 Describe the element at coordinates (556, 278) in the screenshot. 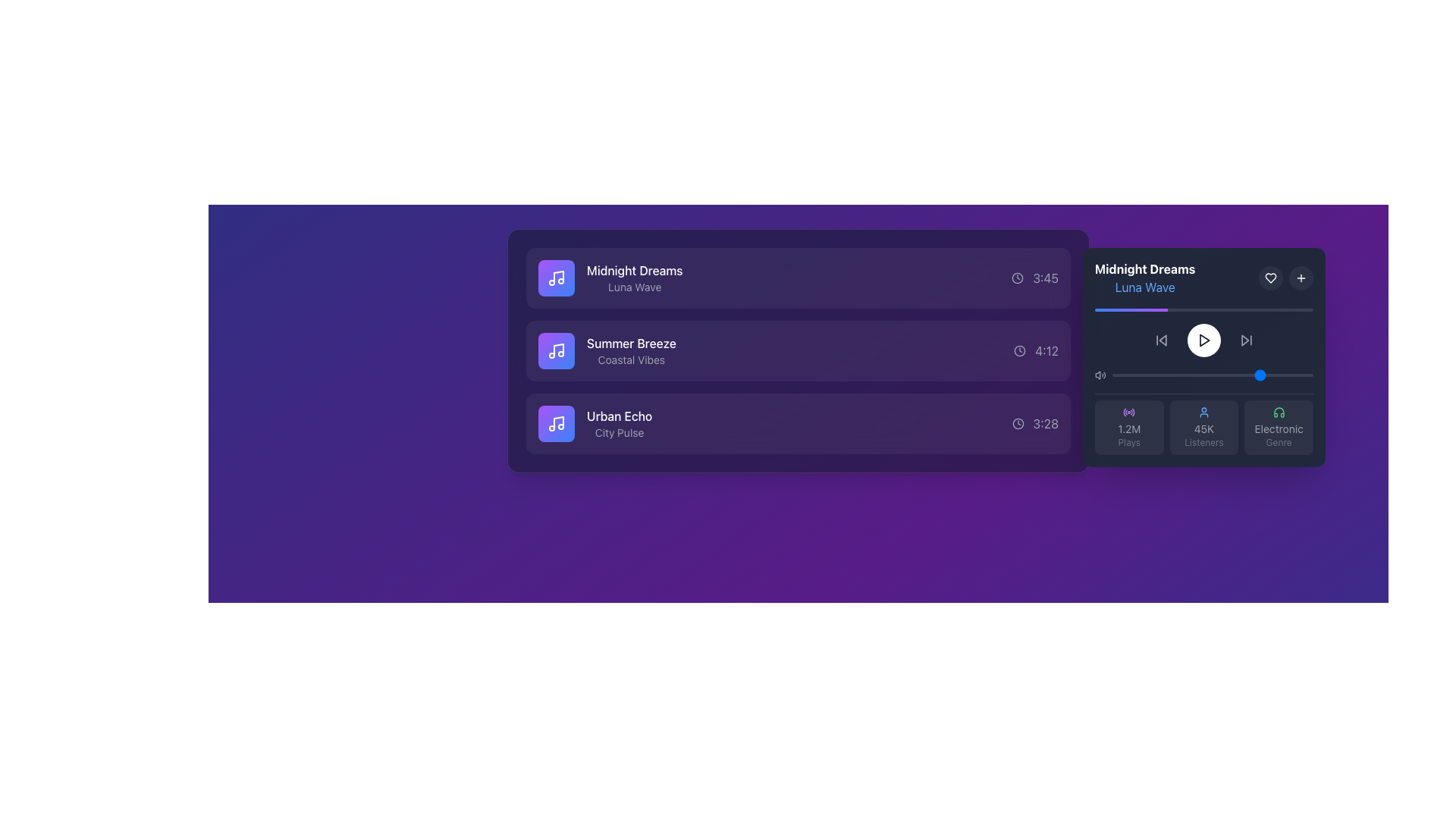

I see `the decorative button with a music note icon, which is a rounded square button styled with a gradient from purple to blue, located at the beginning of the list item titled 'Midnight Dreams' with subtitle 'Luna Wave'` at that location.